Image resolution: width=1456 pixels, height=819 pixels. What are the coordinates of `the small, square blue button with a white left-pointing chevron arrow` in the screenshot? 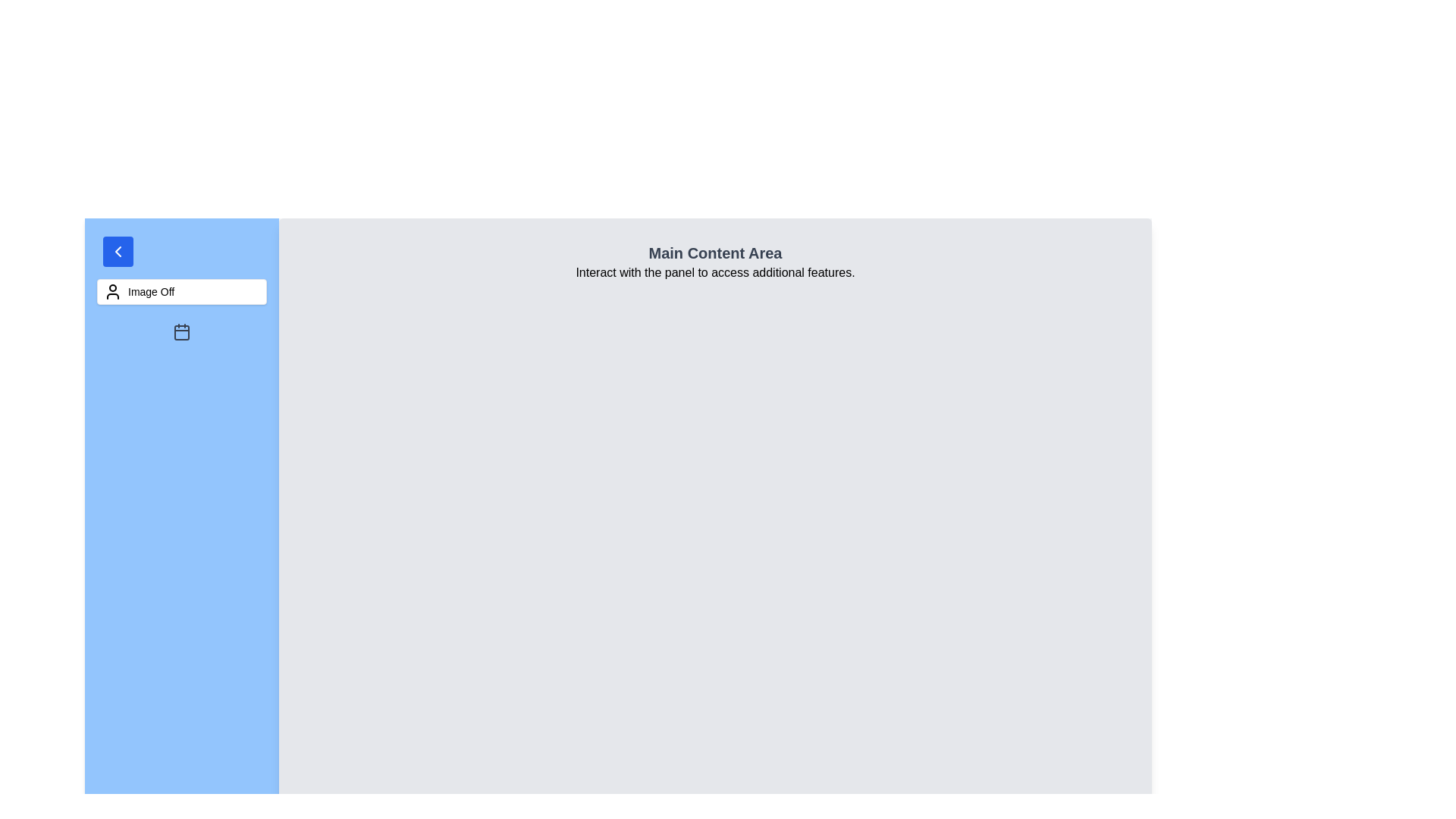 It's located at (118, 250).